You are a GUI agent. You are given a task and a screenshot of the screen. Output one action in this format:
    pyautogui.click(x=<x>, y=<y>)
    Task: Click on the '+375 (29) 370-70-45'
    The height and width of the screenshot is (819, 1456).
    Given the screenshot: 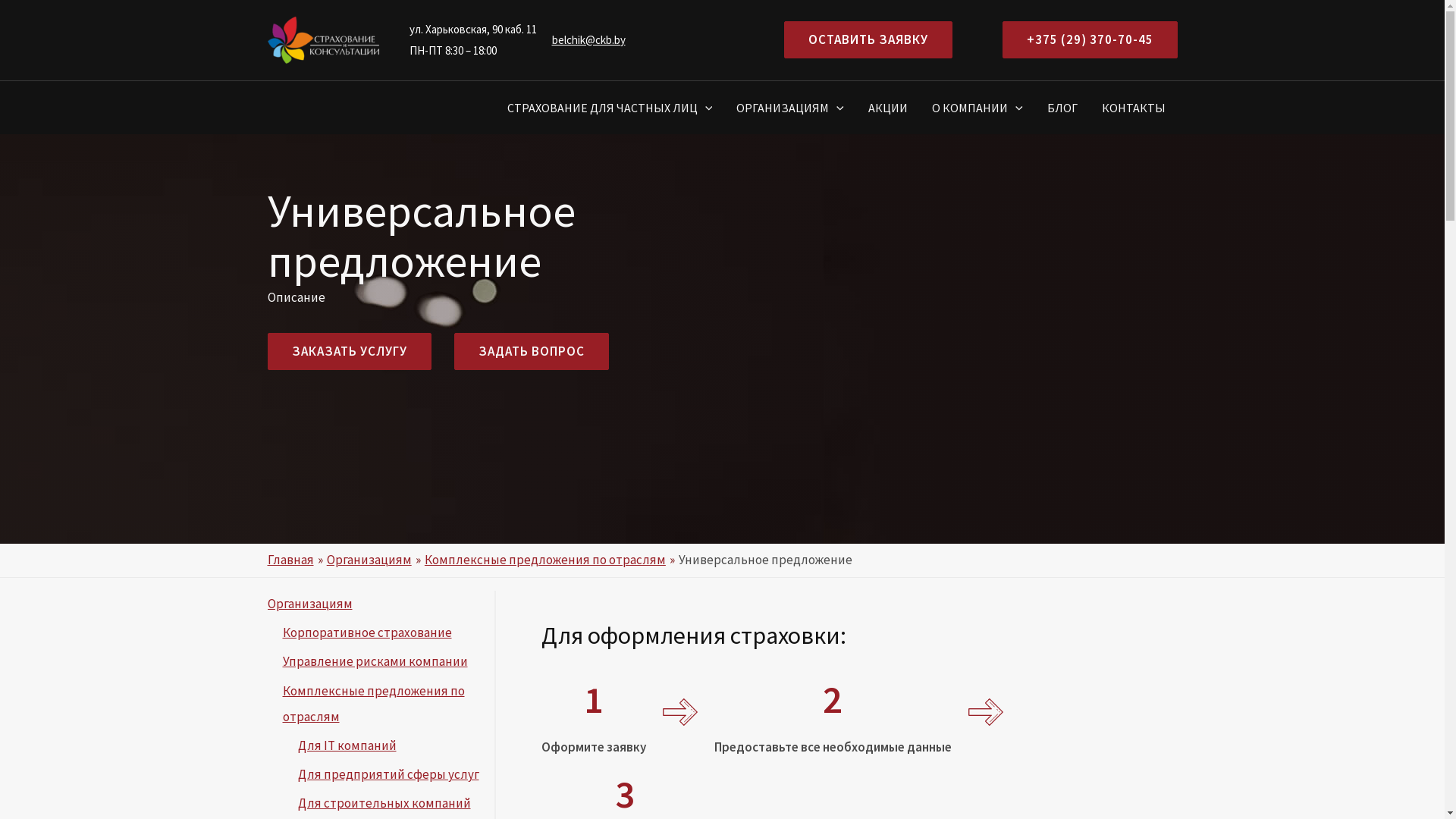 What is the action you would take?
    pyautogui.click(x=1089, y=39)
    